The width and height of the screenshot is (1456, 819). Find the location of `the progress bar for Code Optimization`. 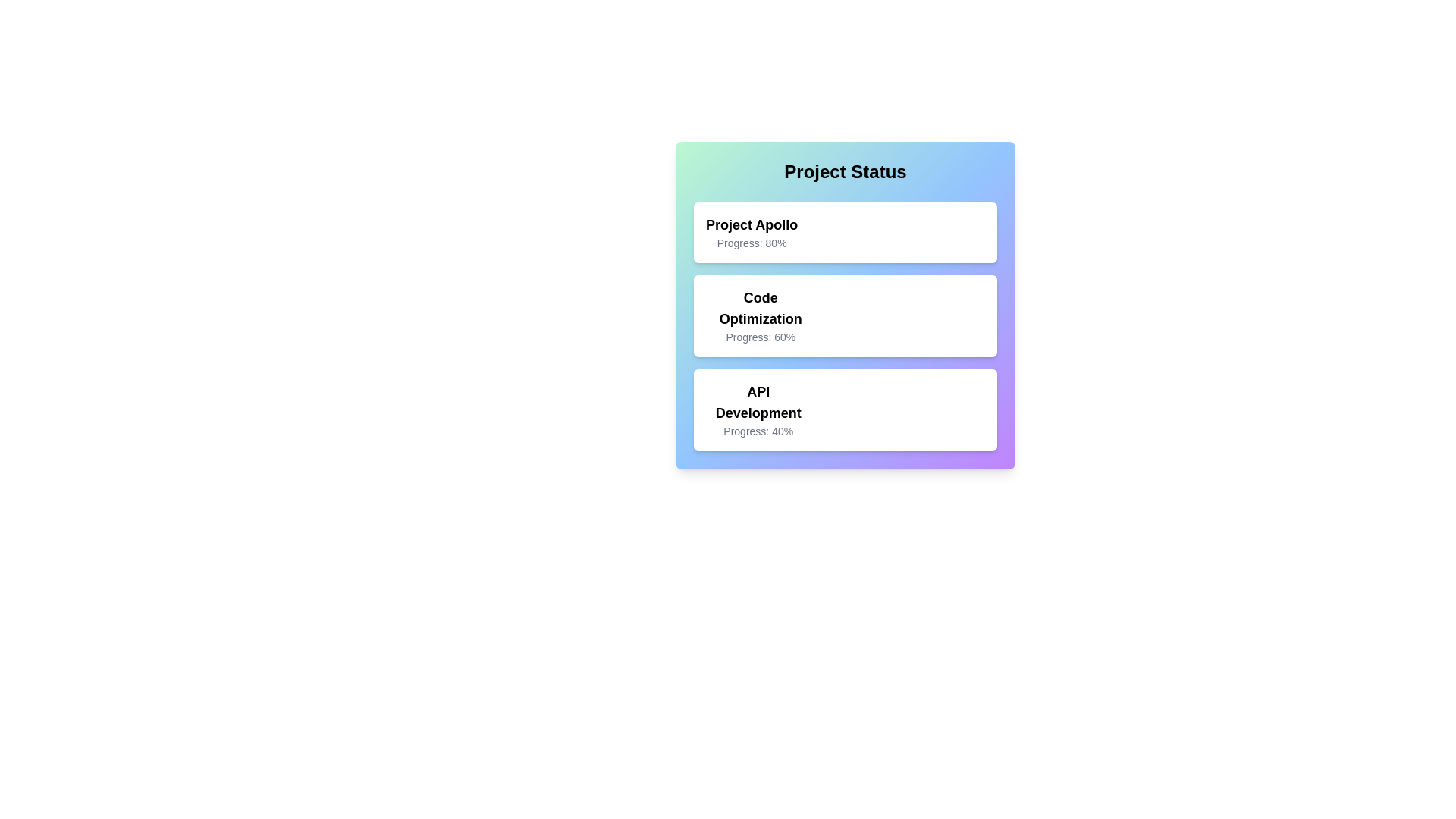

the progress bar for Code Optimization is located at coordinates (852, 315).